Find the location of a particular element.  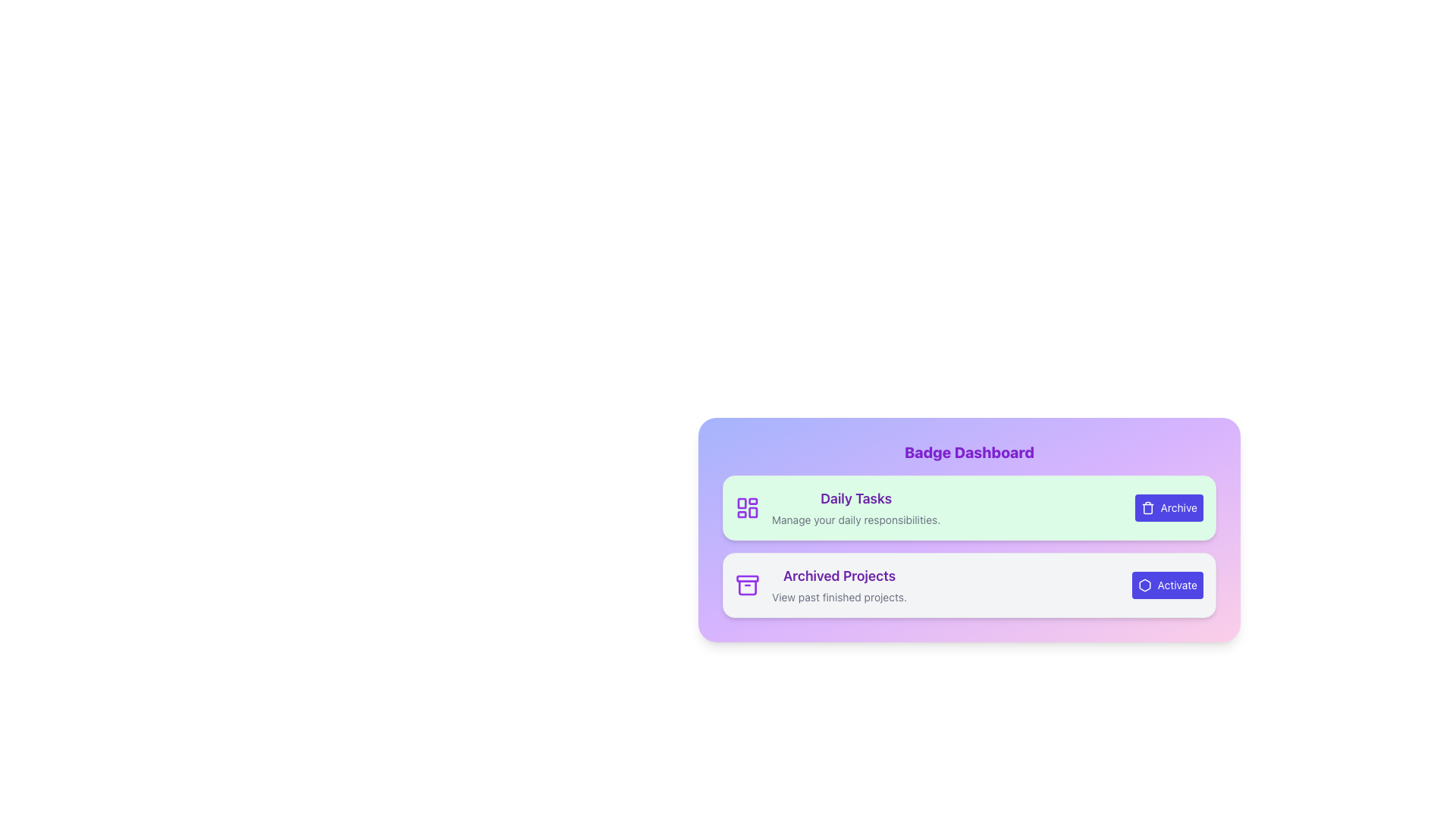

the trash can icon within the 'Archive' button located in the top right corner of the green-highlighted 'Daily Tasks' section of the Badge Dashboard interface is located at coordinates (1147, 508).